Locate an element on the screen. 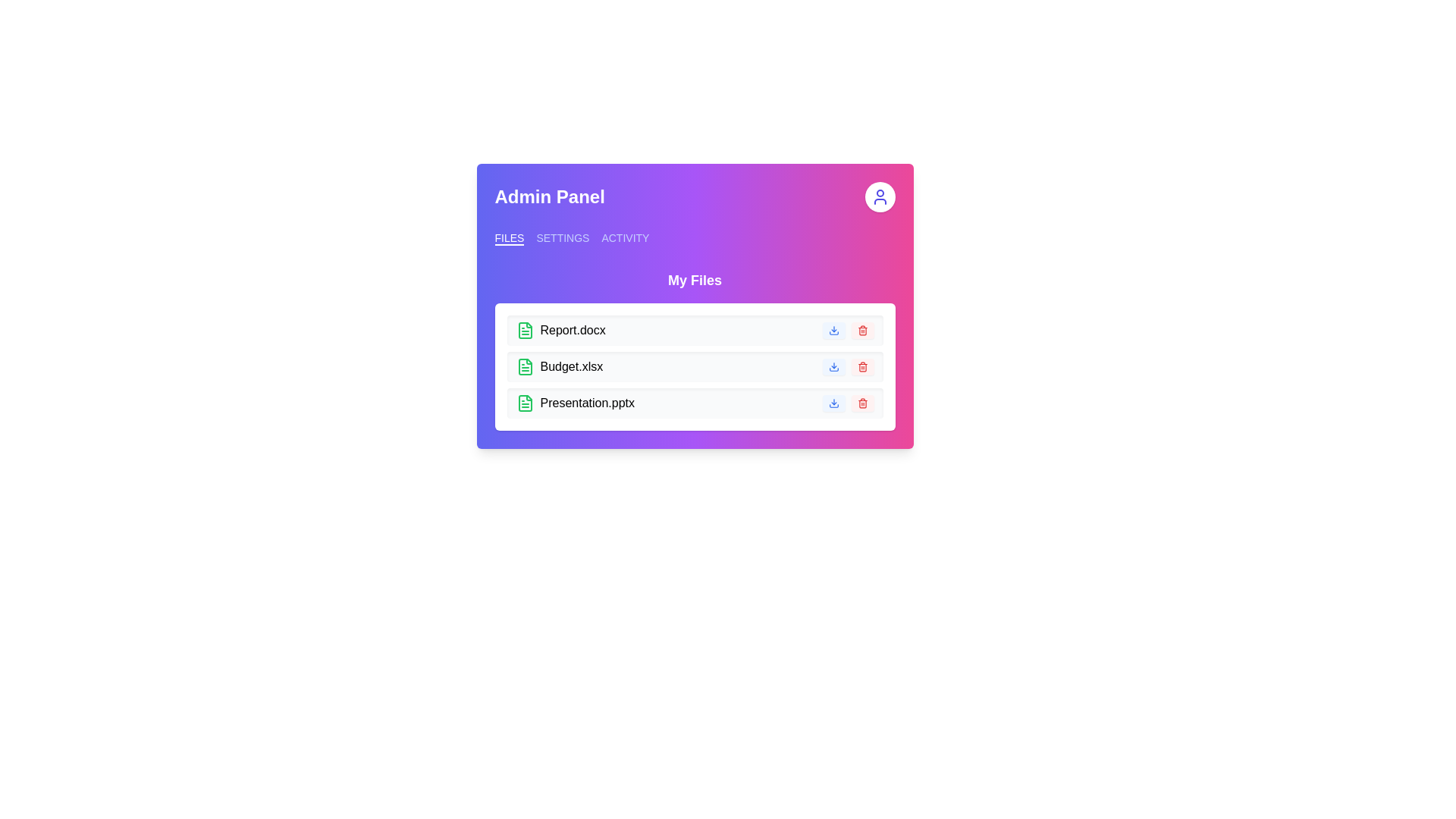  the trashcan icon located to the right of the file entry labeled 'Budget.xlsx' is located at coordinates (862, 329).